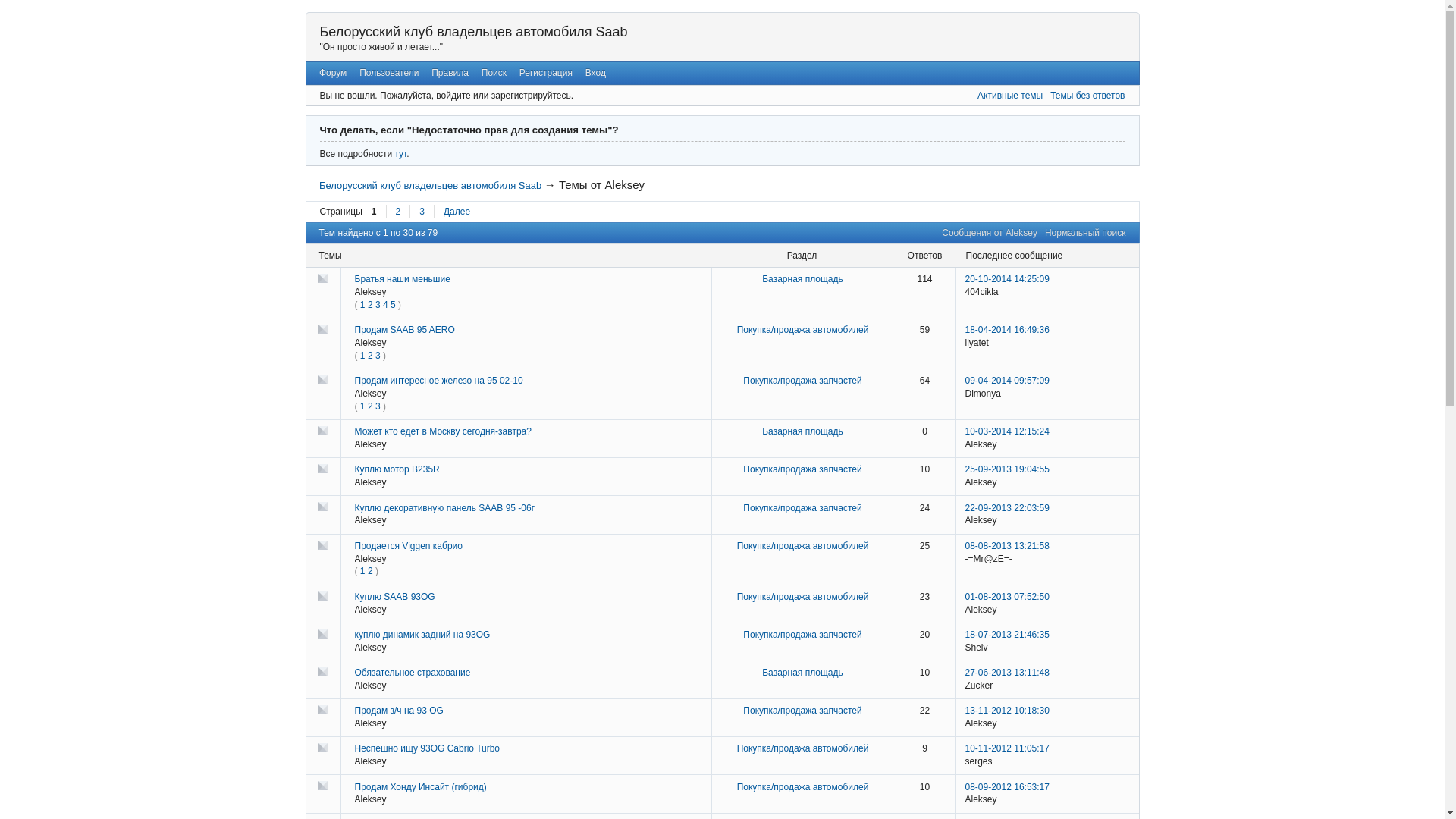  Describe the element at coordinates (964, 431) in the screenshot. I see `'10-03-2014 12:15:24'` at that location.